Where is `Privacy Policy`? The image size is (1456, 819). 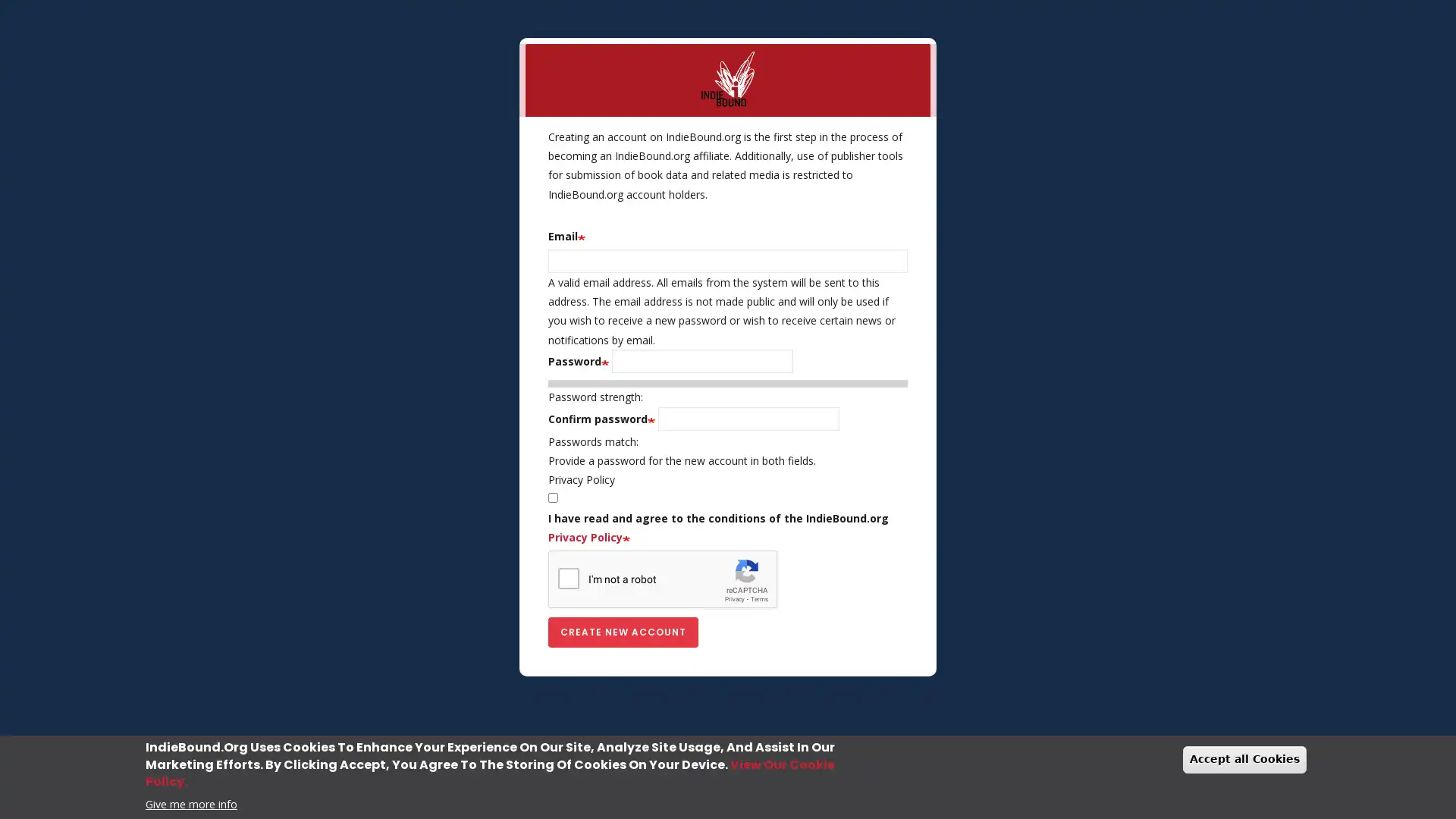 Privacy Policy is located at coordinates (728, 479).